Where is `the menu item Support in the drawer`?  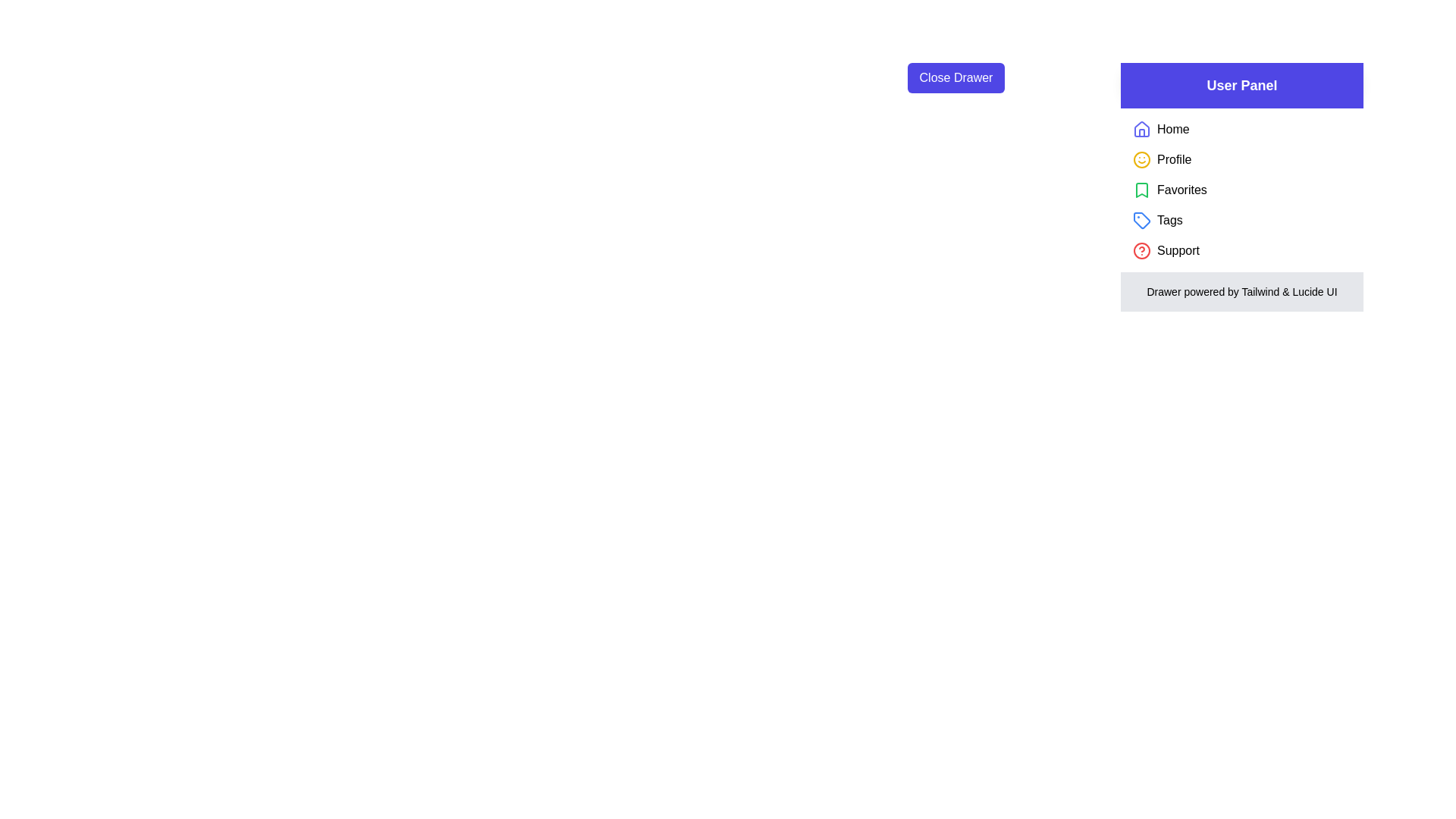 the menu item Support in the drawer is located at coordinates (1178, 250).